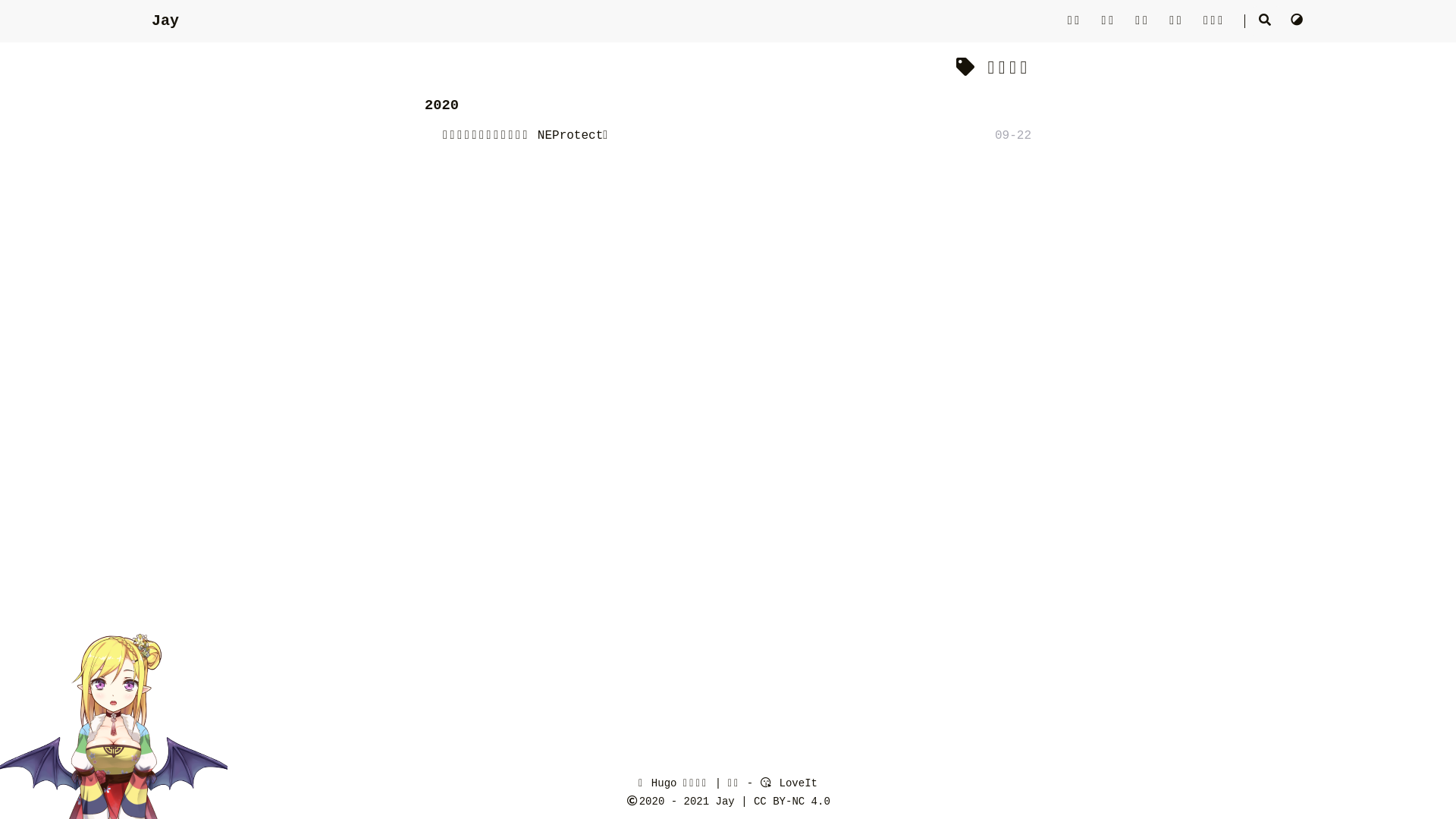 The width and height of the screenshot is (1456, 819). What do you see at coordinates (152, 20) in the screenshot?
I see `'Jay'` at bounding box center [152, 20].